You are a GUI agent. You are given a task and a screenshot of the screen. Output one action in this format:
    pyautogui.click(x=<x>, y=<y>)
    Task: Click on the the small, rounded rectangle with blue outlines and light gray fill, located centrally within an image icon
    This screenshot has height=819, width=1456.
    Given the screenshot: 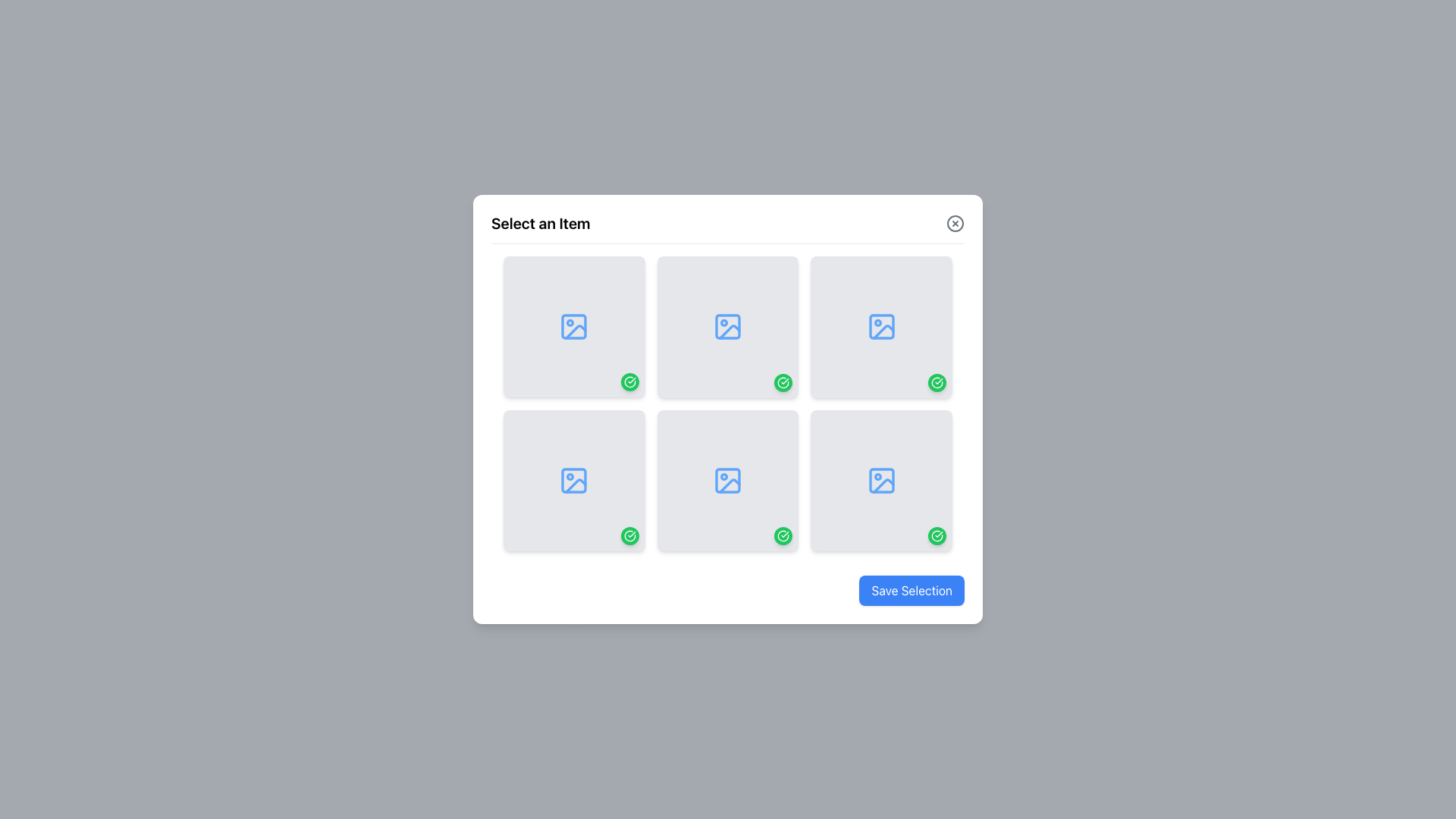 What is the action you would take?
    pyautogui.click(x=728, y=480)
    